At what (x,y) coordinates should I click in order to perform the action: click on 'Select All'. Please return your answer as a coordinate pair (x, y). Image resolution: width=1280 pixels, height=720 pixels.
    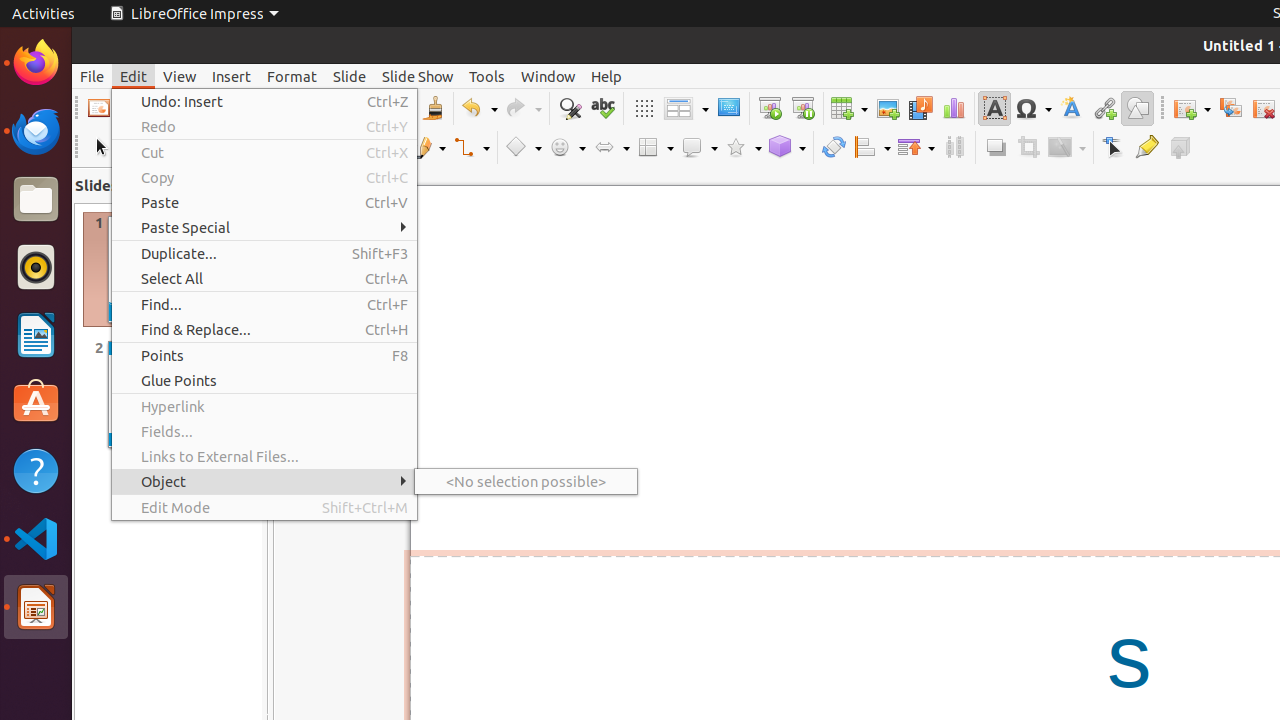
    Looking at the image, I should click on (263, 278).